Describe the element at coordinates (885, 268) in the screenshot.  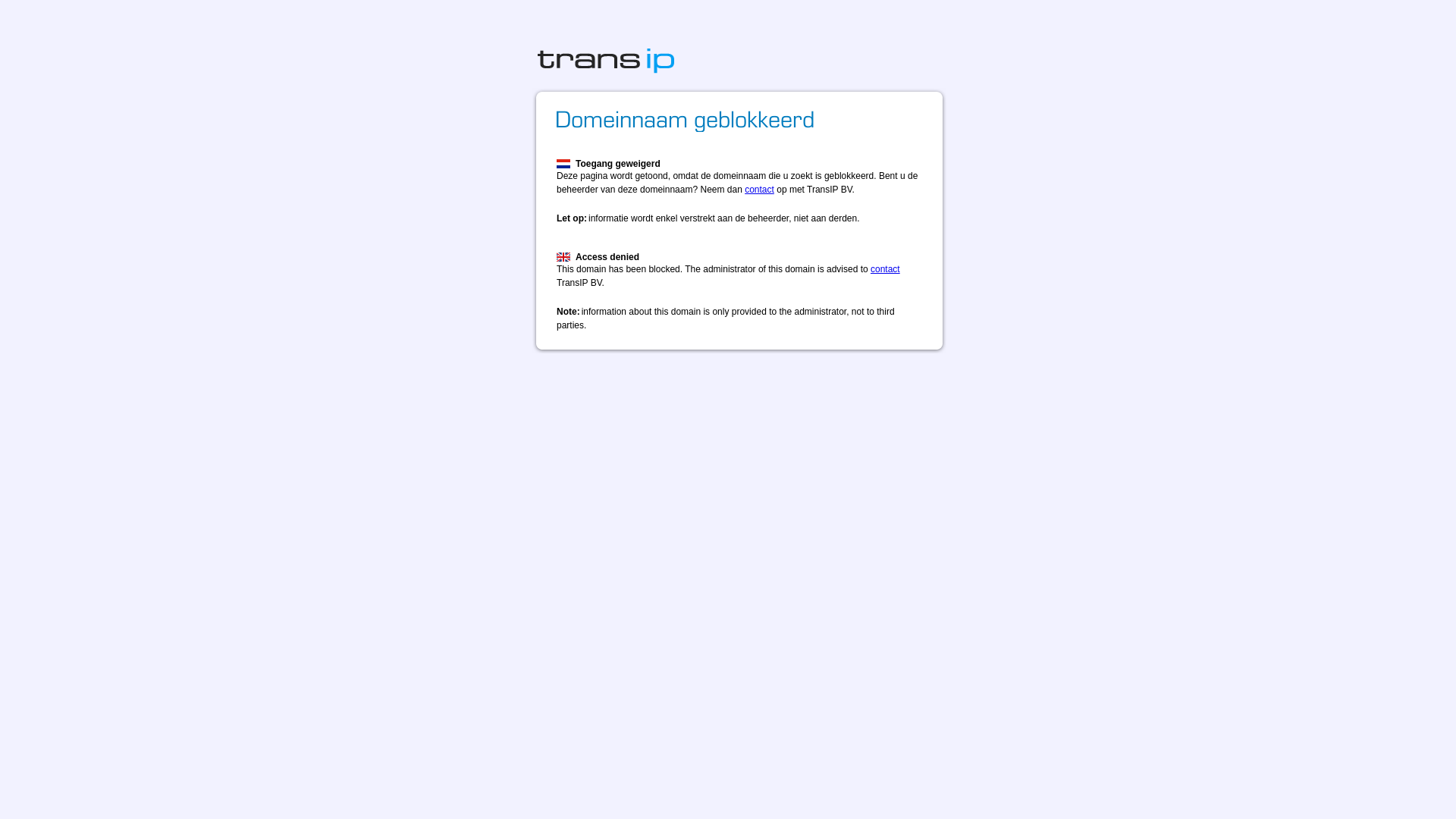
I see `'contact'` at that location.